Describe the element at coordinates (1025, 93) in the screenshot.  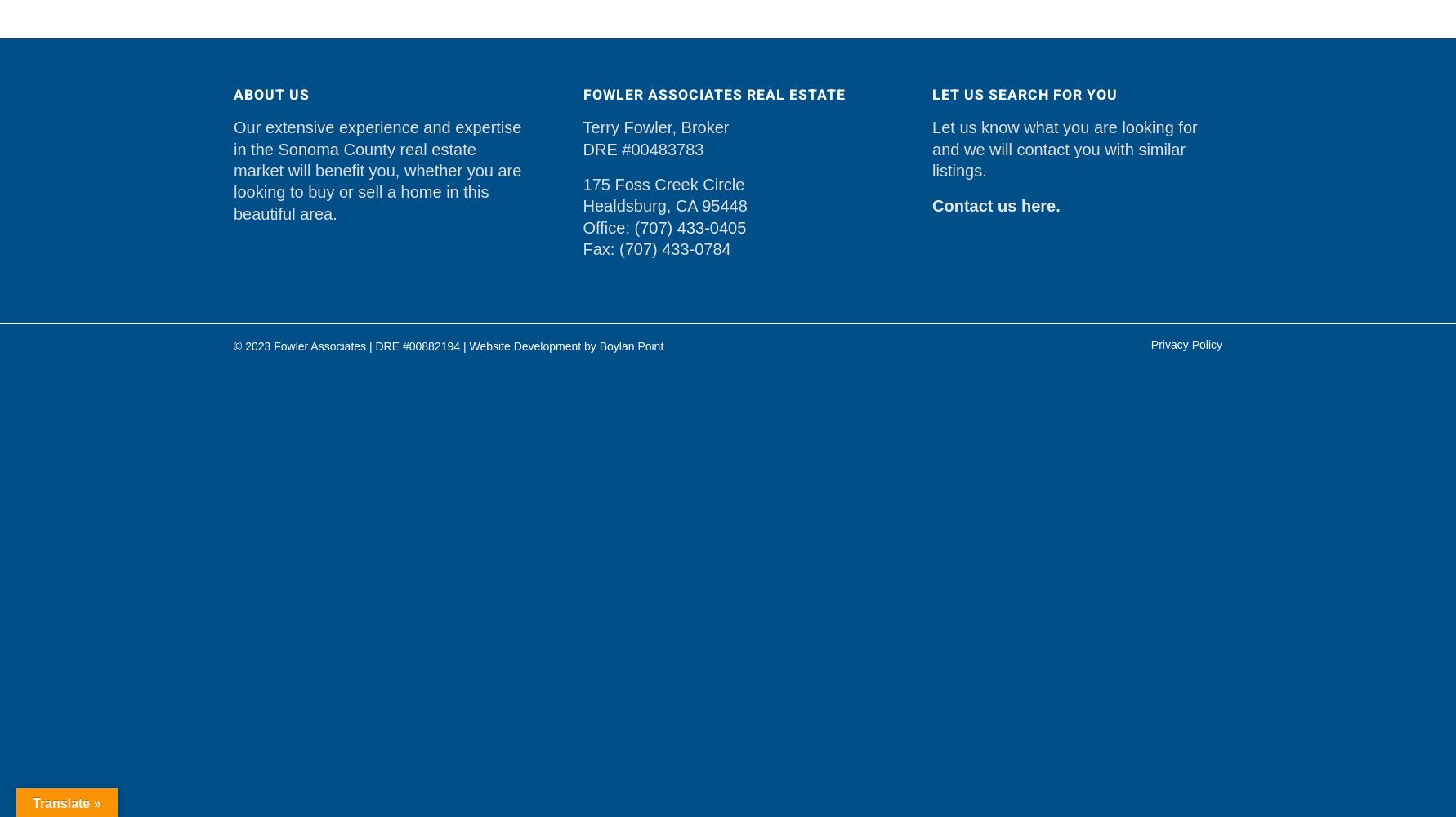
I see `'Let Us Search For You'` at that location.